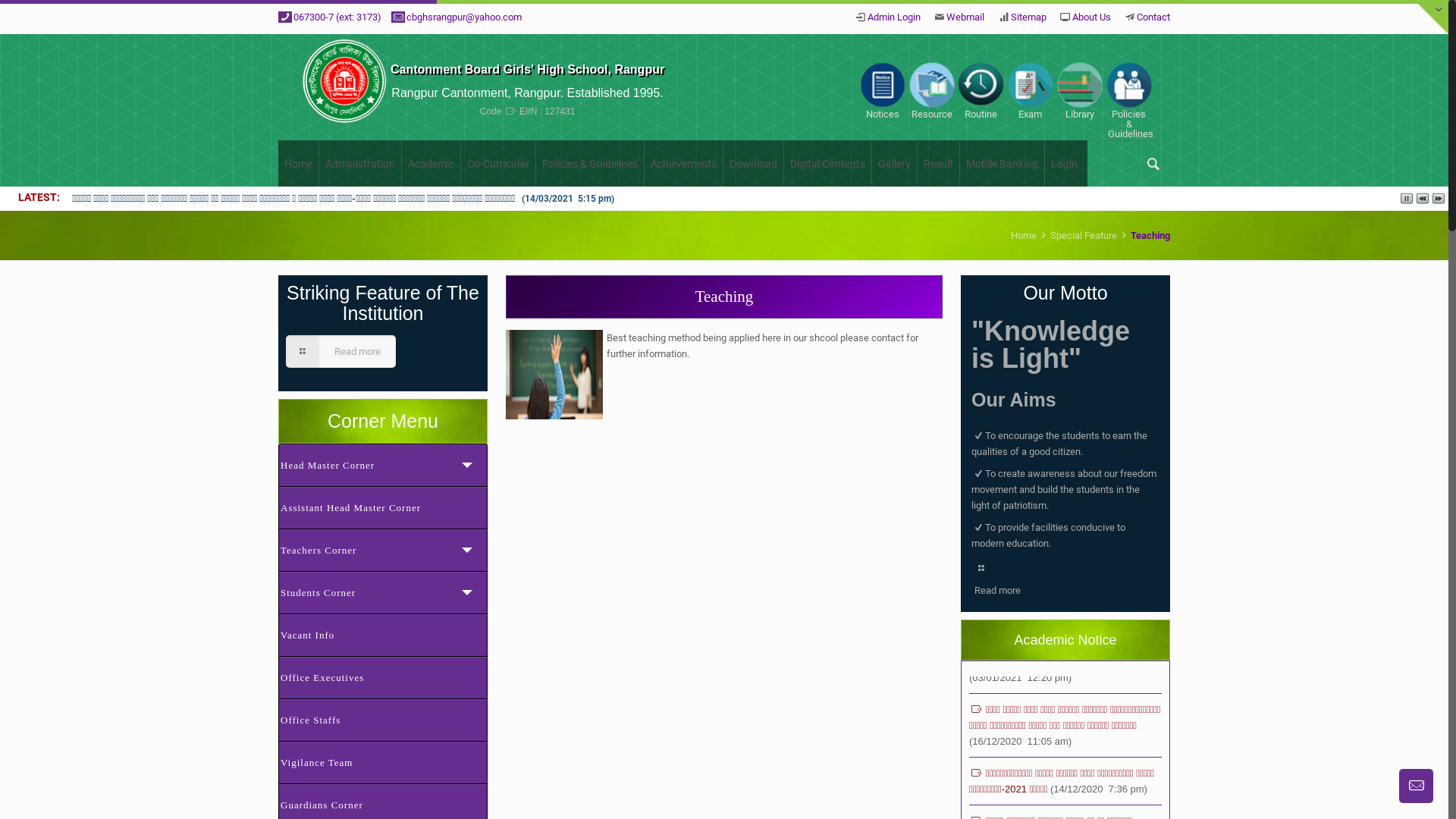 This screenshot has height=819, width=1456. What do you see at coordinates (1028, 17) in the screenshot?
I see `'Sitemap'` at bounding box center [1028, 17].